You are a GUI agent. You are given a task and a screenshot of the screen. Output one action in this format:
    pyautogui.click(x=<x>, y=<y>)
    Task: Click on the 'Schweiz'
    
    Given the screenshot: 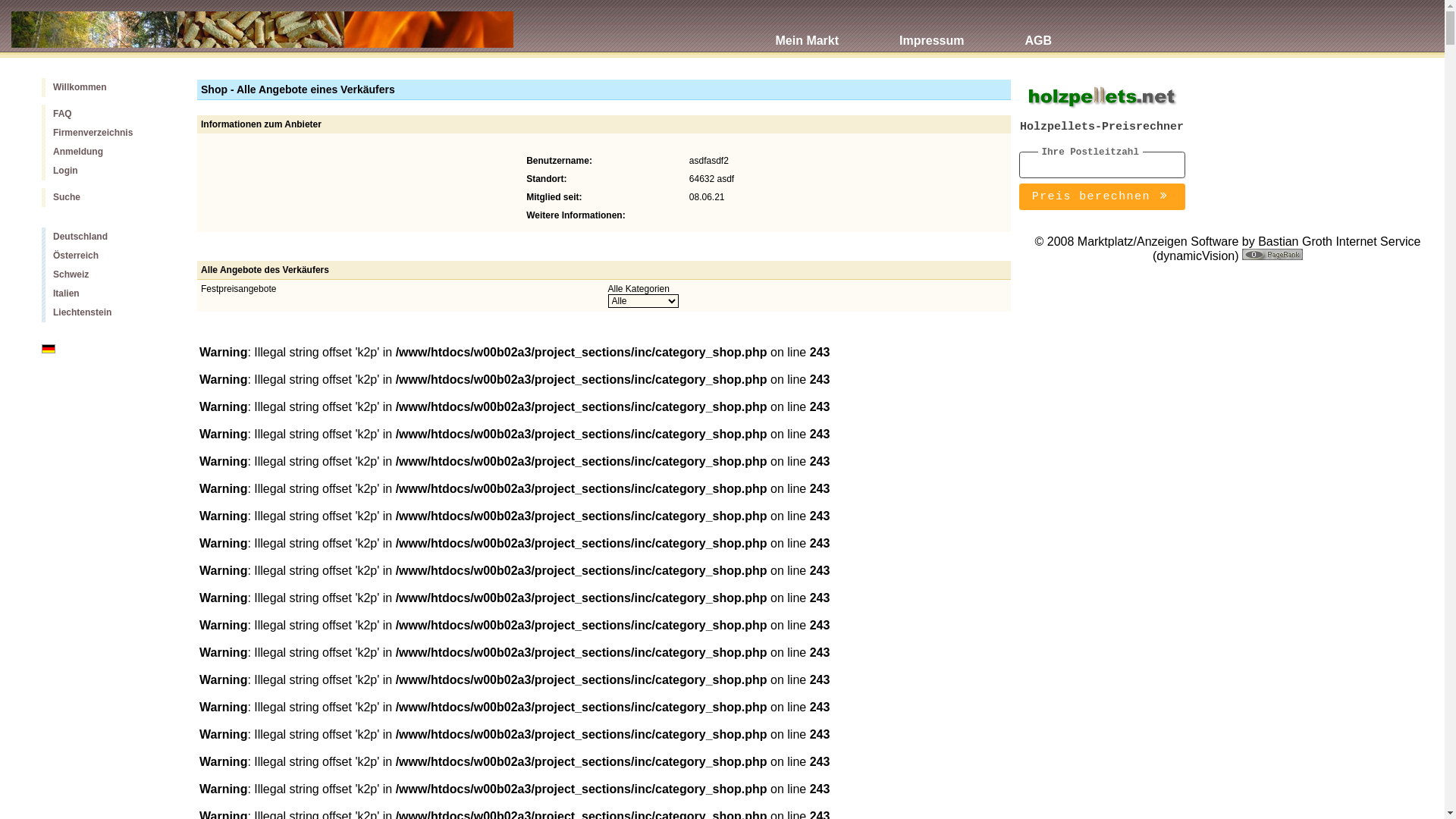 What is the action you would take?
    pyautogui.click(x=107, y=275)
    